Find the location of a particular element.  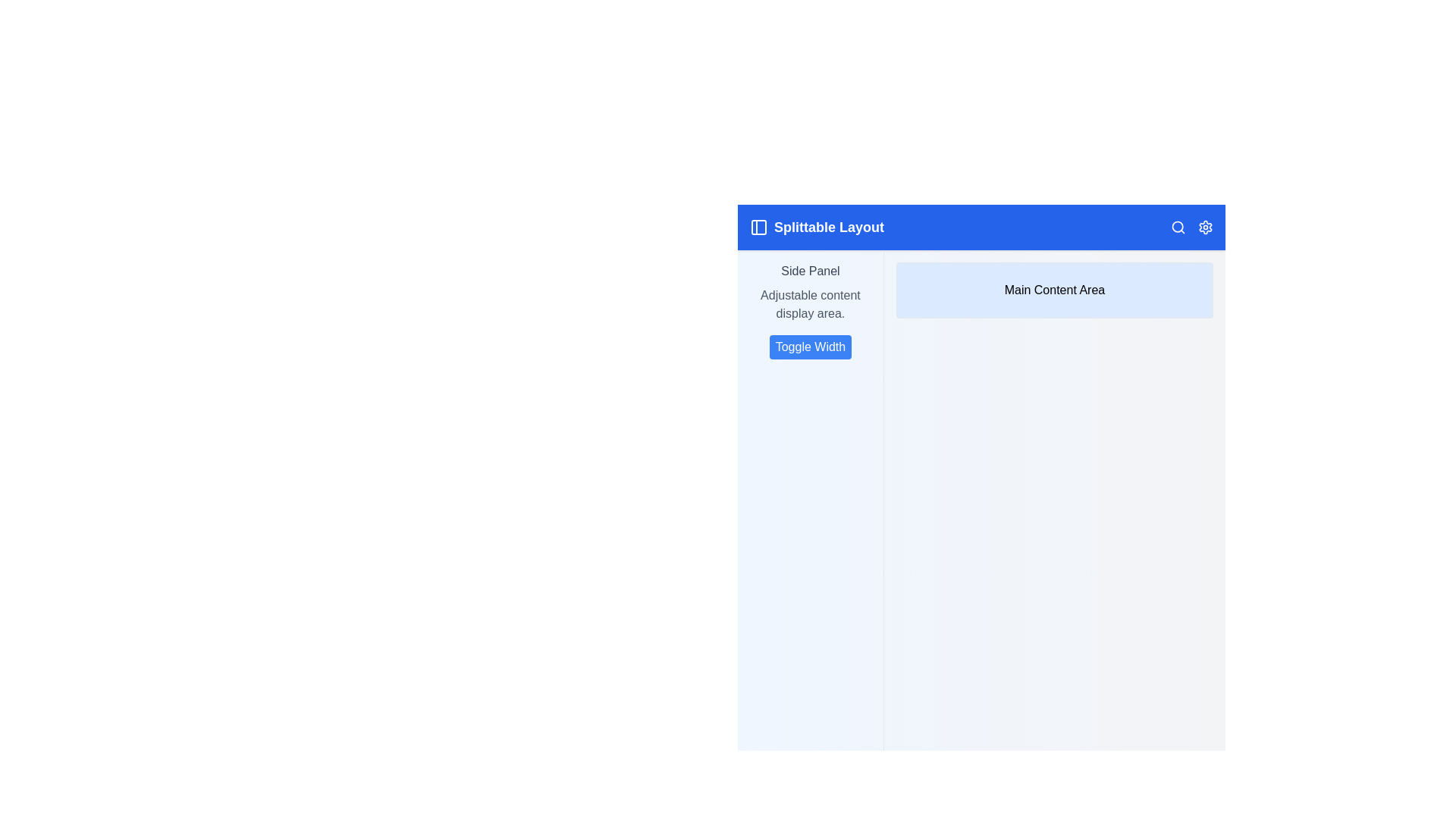

the 'Toggle Width' button, which is a blue rectangular button with white text, located in the left side panel below the 'Adjustable content display area.' is located at coordinates (809, 347).